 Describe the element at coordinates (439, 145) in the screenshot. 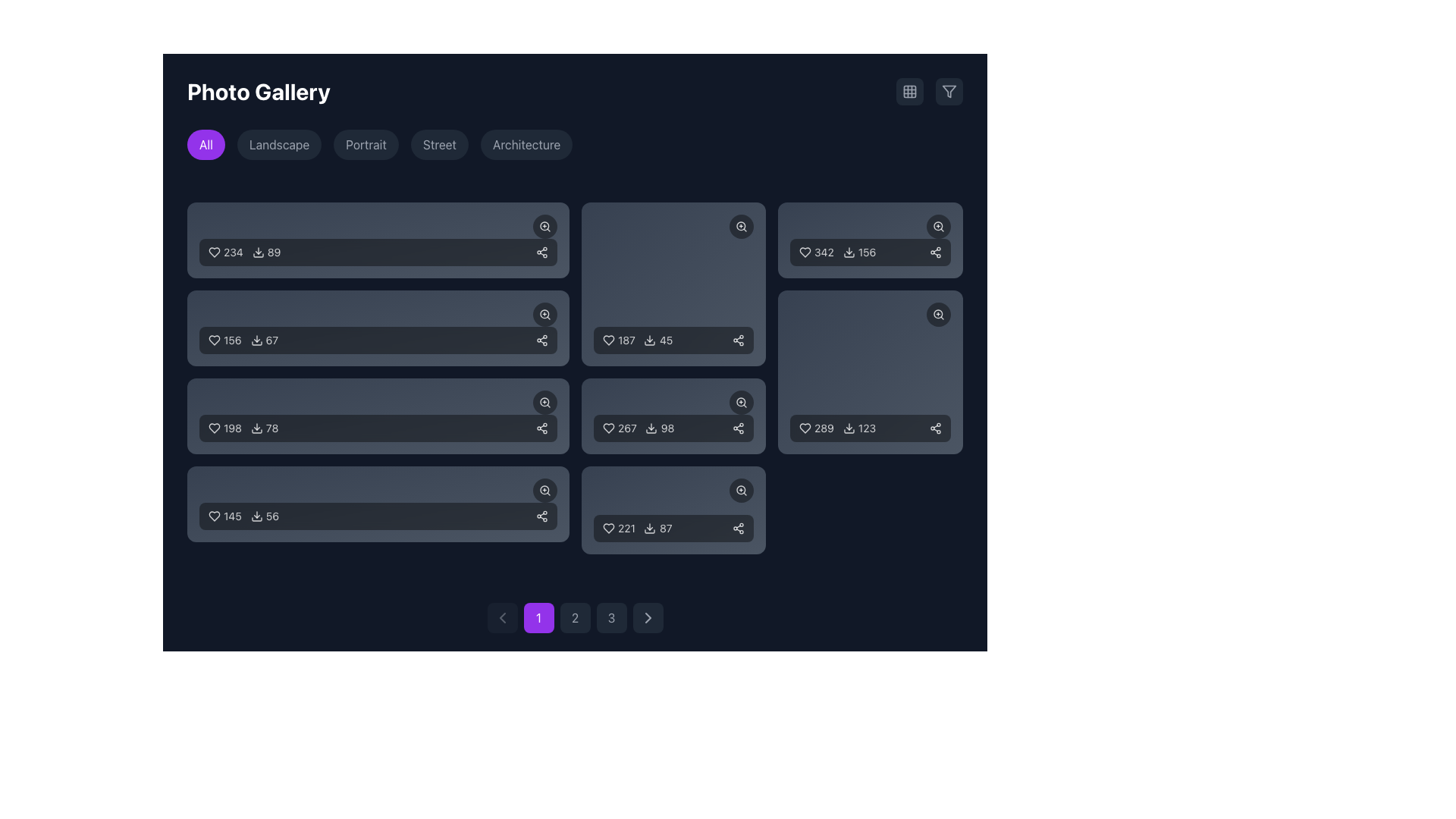

I see `the 'Street' button to filter the photo gallery by the 'Street' category, located below the 'Photo Gallery' heading` at that location.